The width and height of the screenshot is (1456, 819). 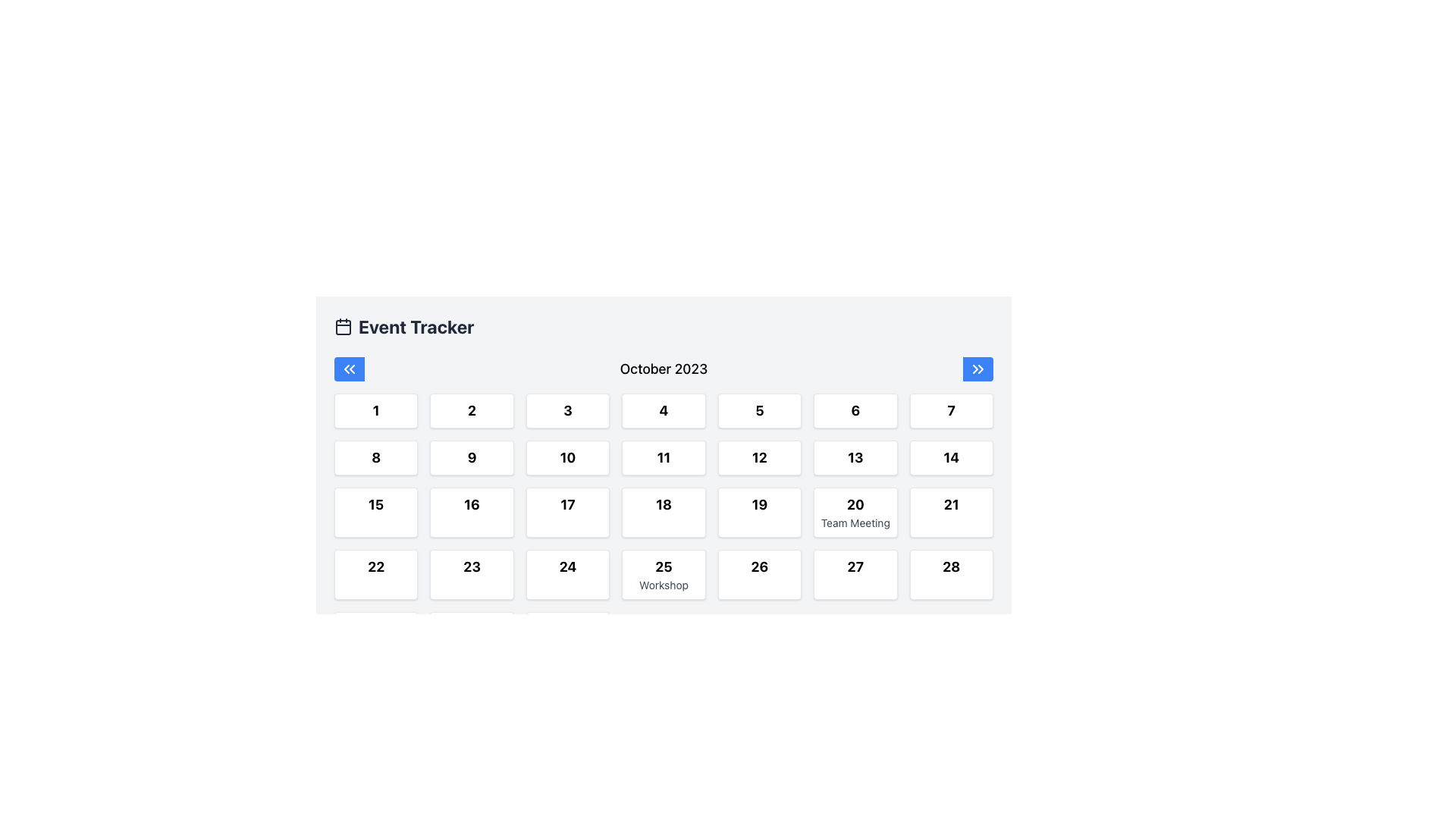 What do you see at coordinates (376, 457) in the screenshot?
I see `the bold, black numeral '8' text label in the second row, first column of the 'Event Tracker' calendar grid` at bounding box center [376, 457].